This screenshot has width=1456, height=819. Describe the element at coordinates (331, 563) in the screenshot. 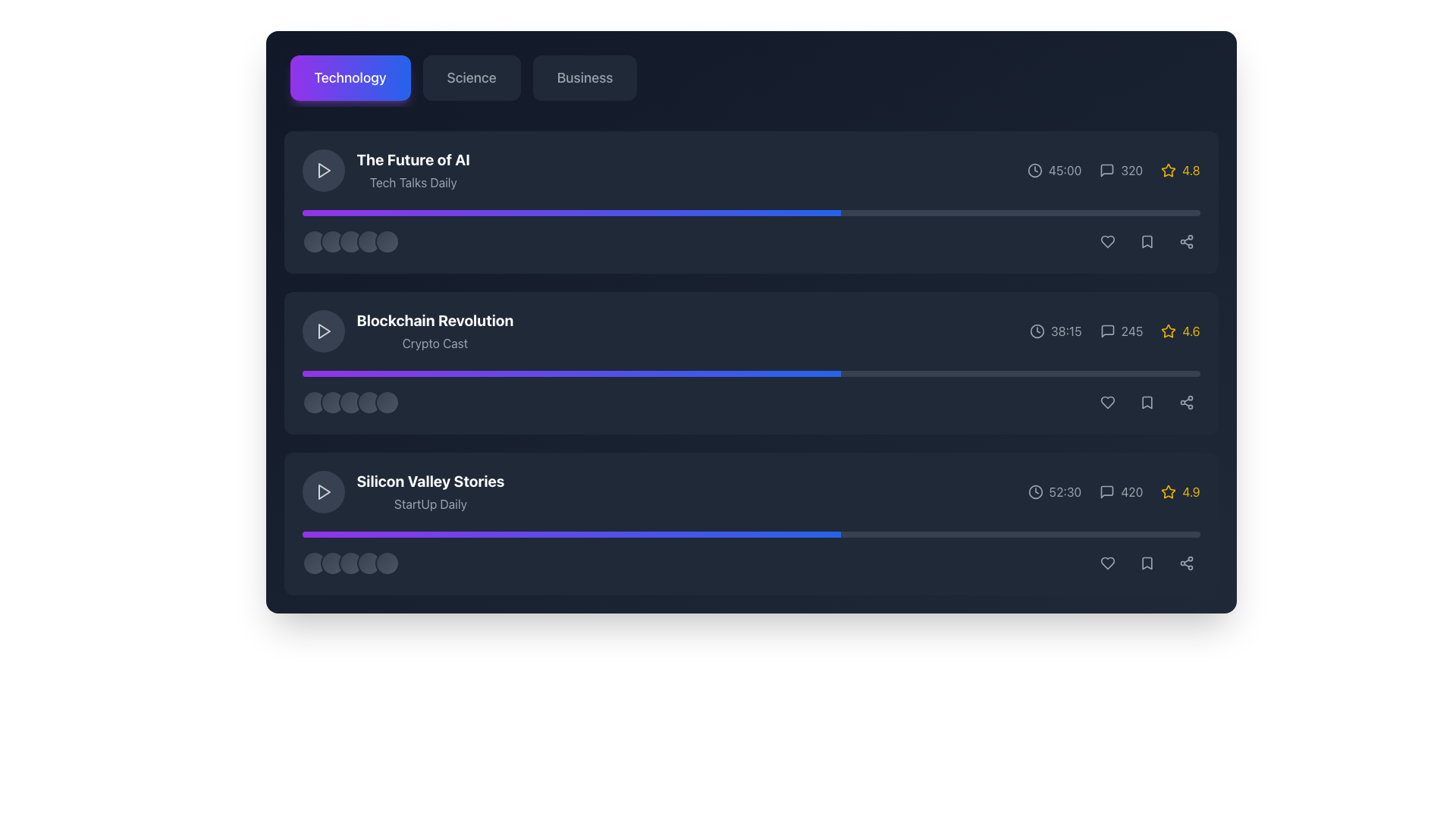

I see `the second circular visual indicator in a row of five, styled with a gradient background, located near the bottom of the 'Silicon Valley Stories' card` at that location.